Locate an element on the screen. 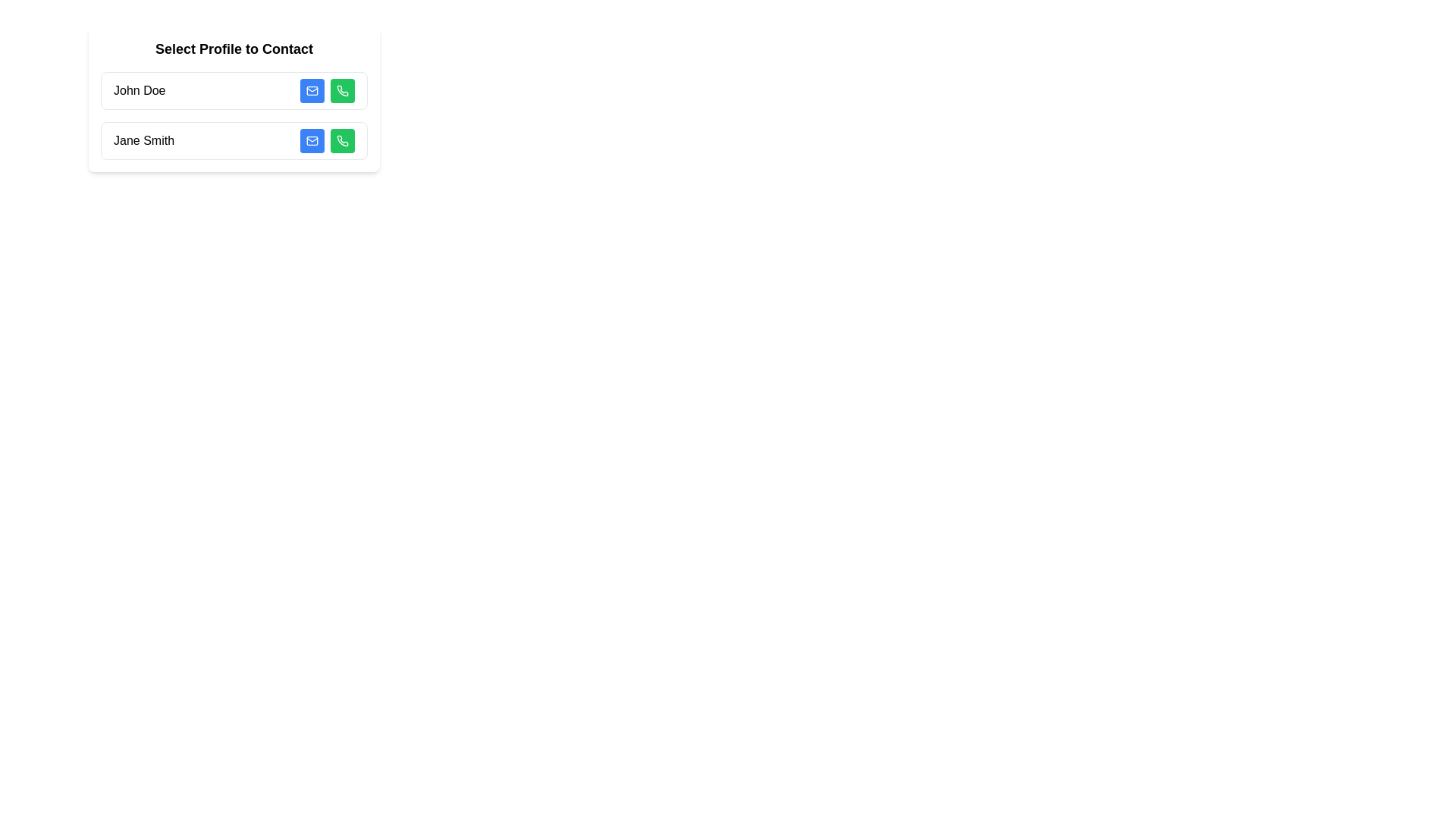 This screenshot has width=1456, height=819. the phone call icon located in the rightmost green button of the 'Jane Smith' row in the 'Select Profile to Contact' interface is located at coordinates (341, 90).